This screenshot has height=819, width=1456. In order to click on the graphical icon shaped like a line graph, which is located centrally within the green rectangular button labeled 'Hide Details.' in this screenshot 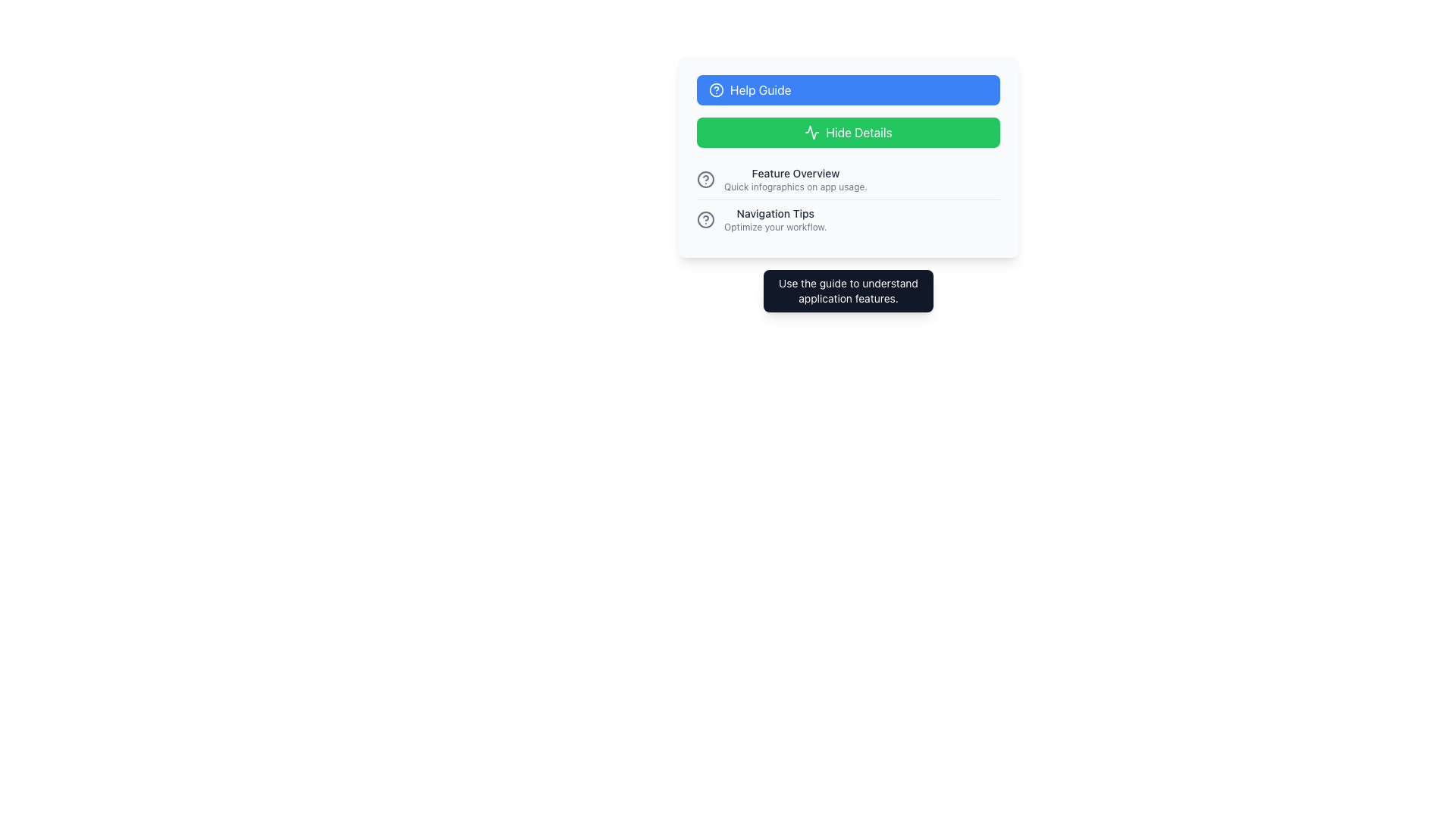, I will do `click(811, 131)`.